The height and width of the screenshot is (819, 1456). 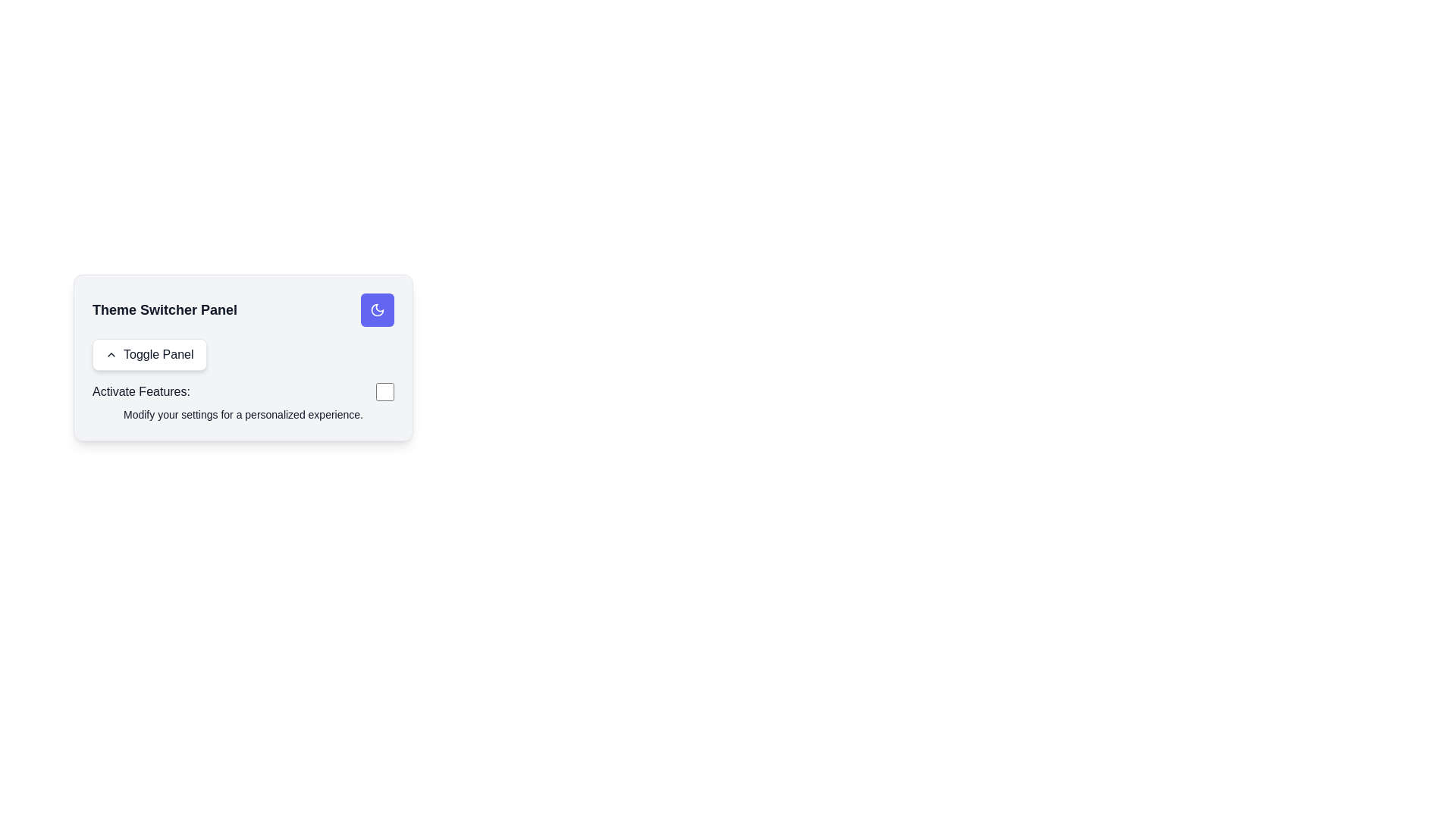 What do you see at coordinates (243, 415) in the screenshot?
I see `the informational text label located below the 'Activate Features:' checkbox in the settings panel, which guides users on utilizing the personalization options` at bounding box center [243, 415].